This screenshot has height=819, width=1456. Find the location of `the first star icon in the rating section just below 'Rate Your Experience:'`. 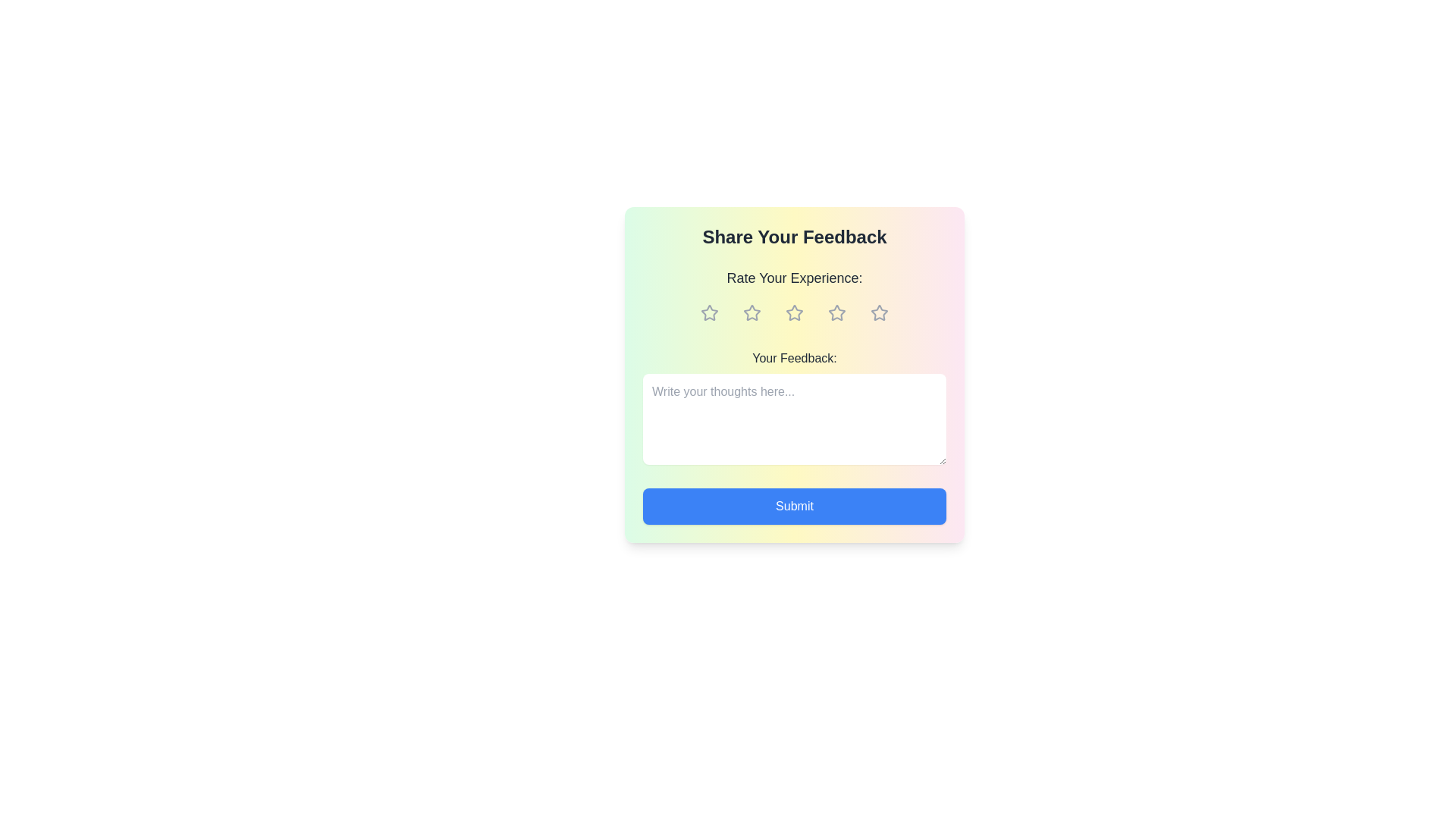

the first star icon in the rating section just below 'Rate Your Experience:' is located at coordinates (709, 312).